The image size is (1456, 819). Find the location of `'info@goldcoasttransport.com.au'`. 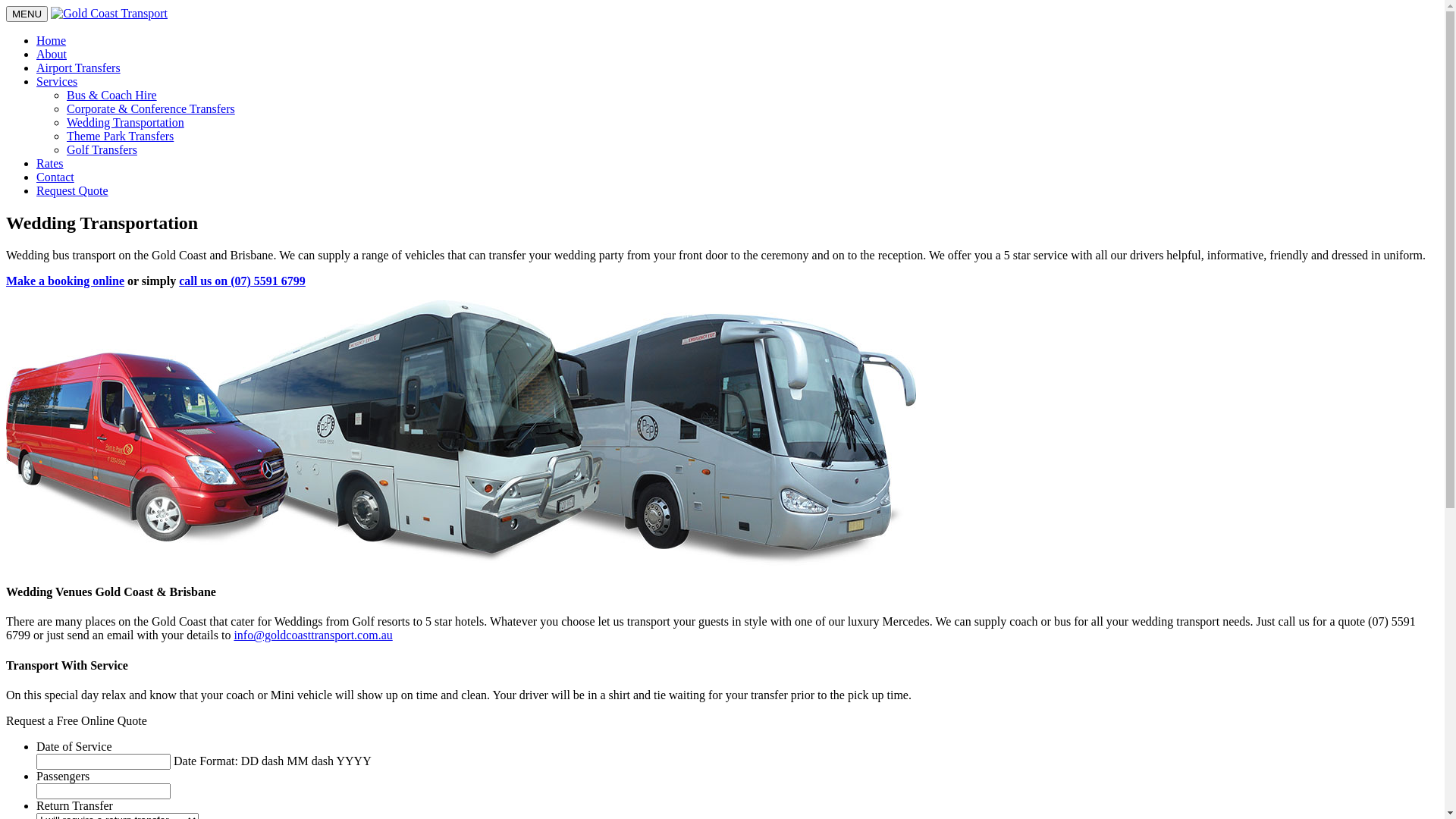

'info@goldcoasttransport.com.au' is located at coordinates (312, 635).